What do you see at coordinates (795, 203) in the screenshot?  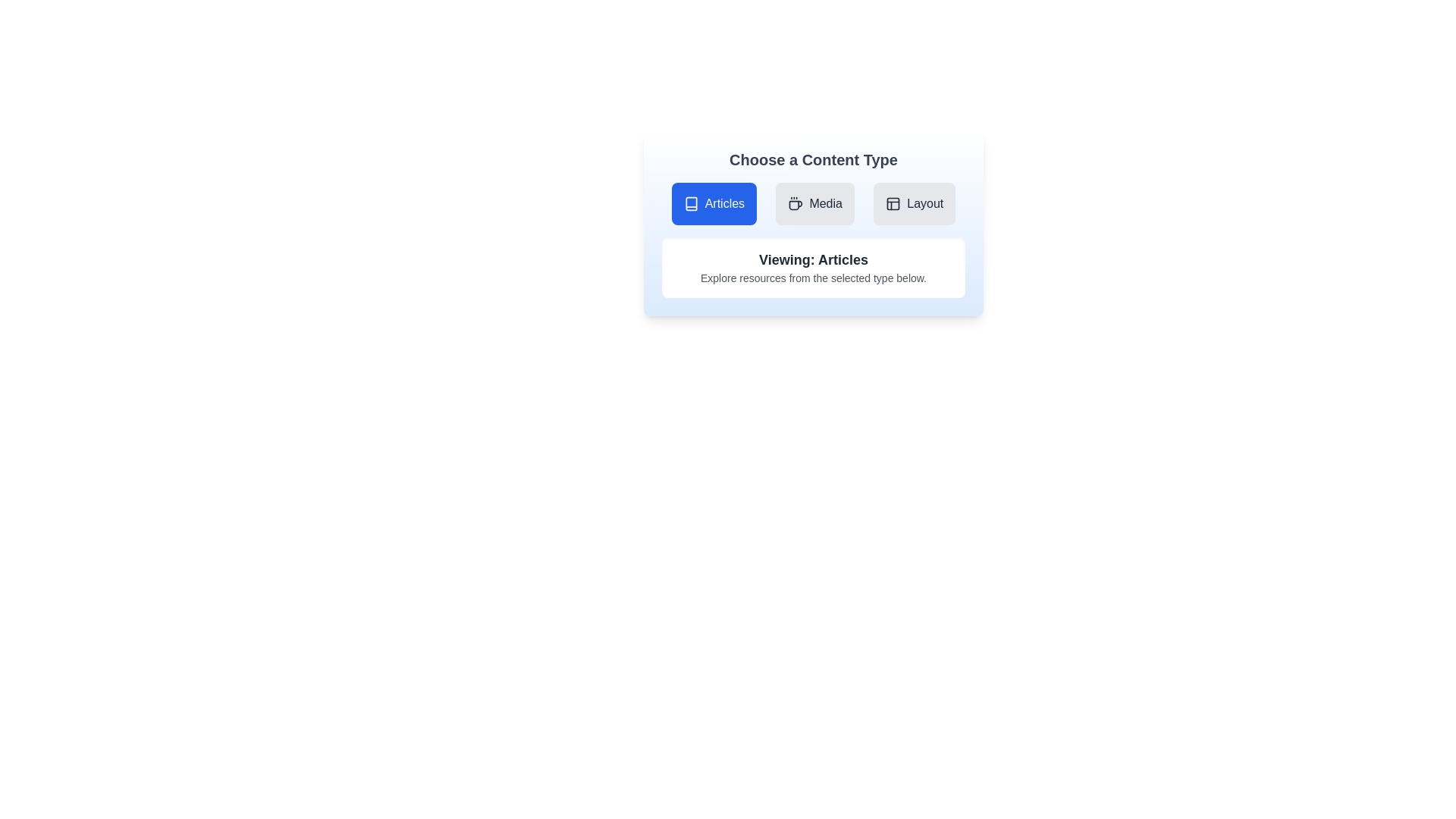 I see `the decorative coffee cup icon located near the left of the 'Media' menu option` at bounding box center [795, 203].